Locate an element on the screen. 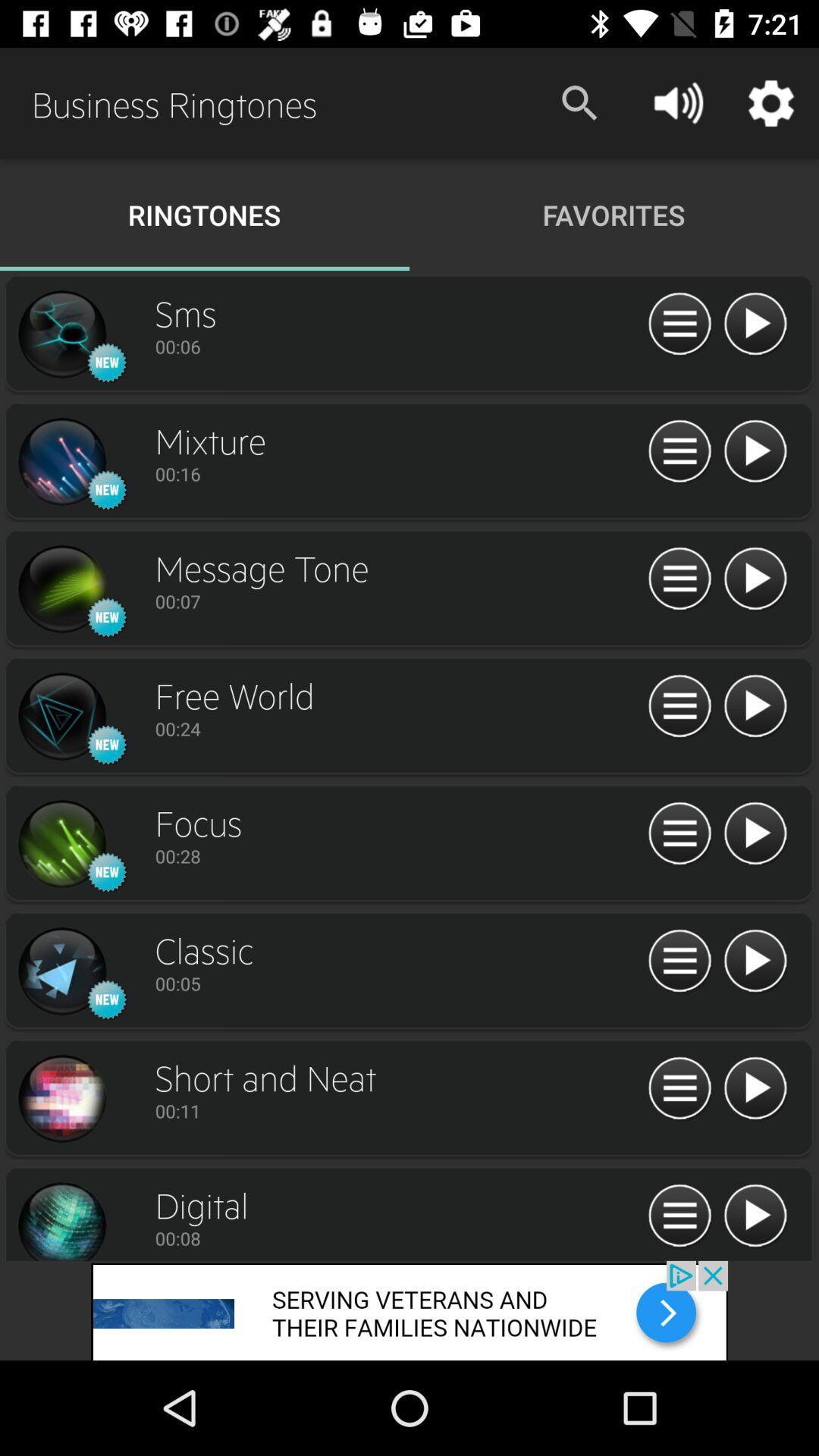 Image resolution: width=819 pixels, height=1456 pixels. click arrow button is located at coordinates (755, 324).